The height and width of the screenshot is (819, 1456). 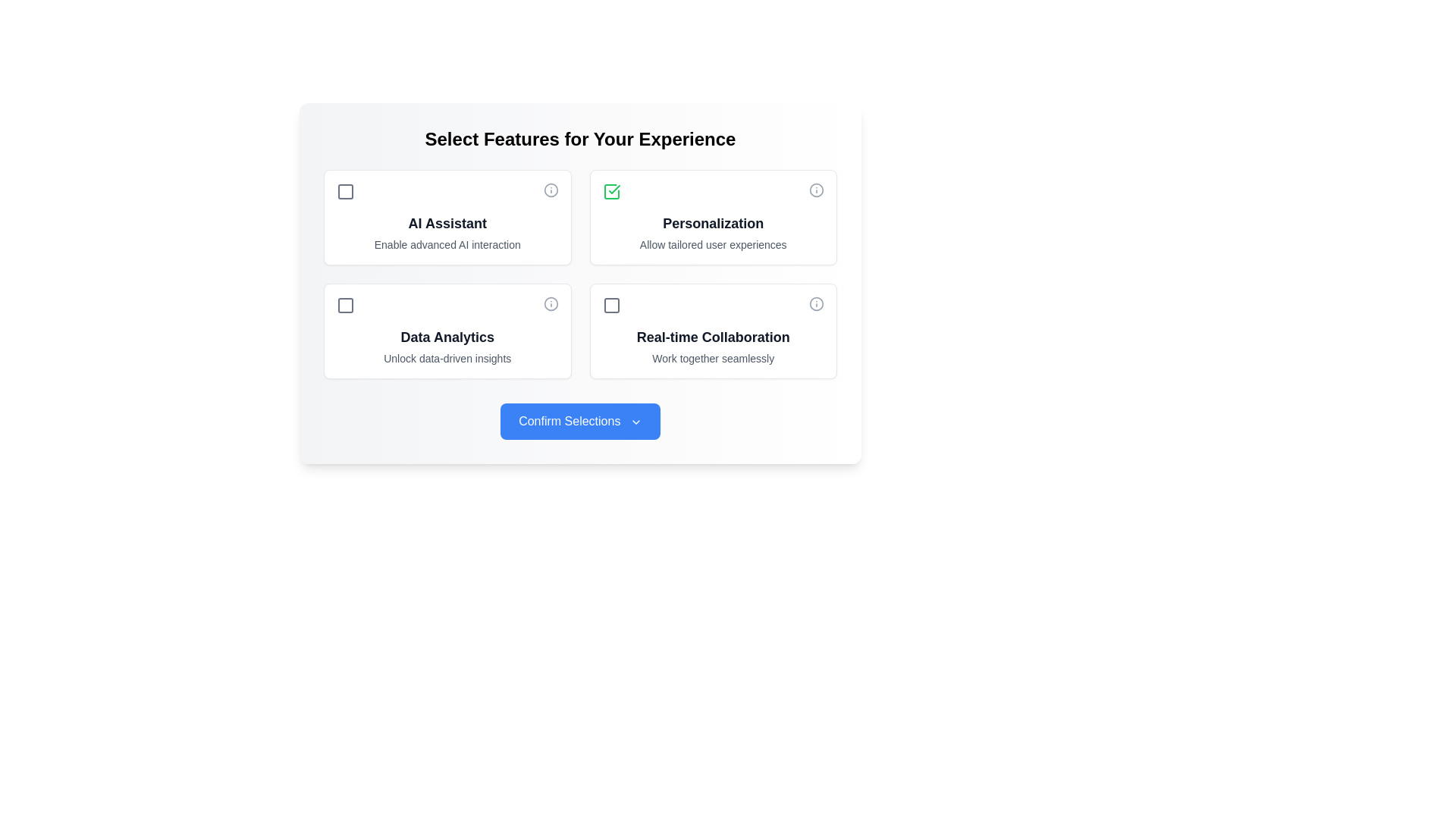 What do you see at coordinates (635, 422) in the screenshot?
I see `the Chevron Icon located to the right of the 'Confirm Selections' button` at bounding box center [635, 422].